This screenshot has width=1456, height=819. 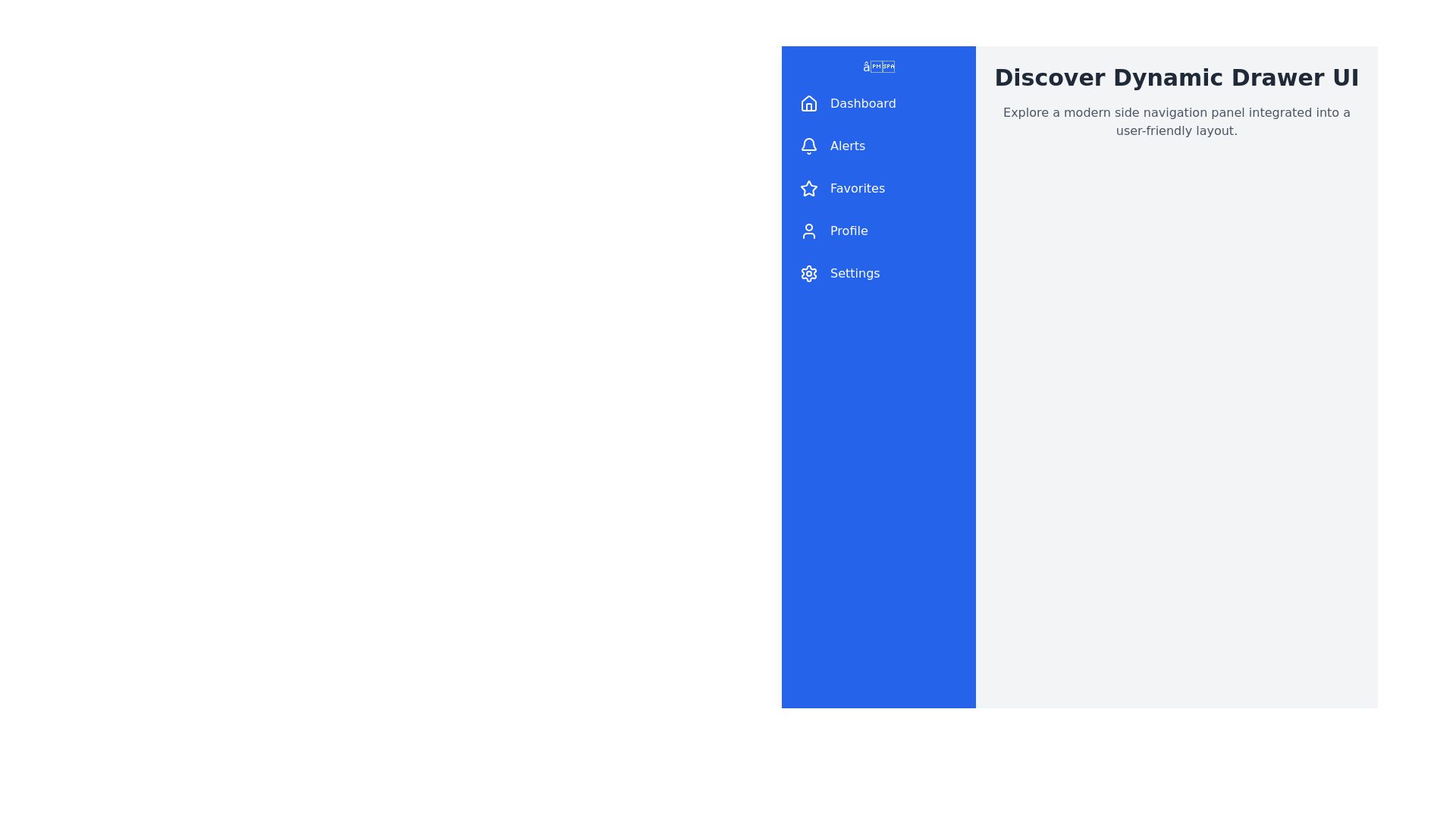 What do you see at coordinates (808, 187) in the screenshot?
I see `the blue star-shaped icon in the navigation sidebar, which is located to the left of the 'Favorites' text` at bounding box center [808, 187].